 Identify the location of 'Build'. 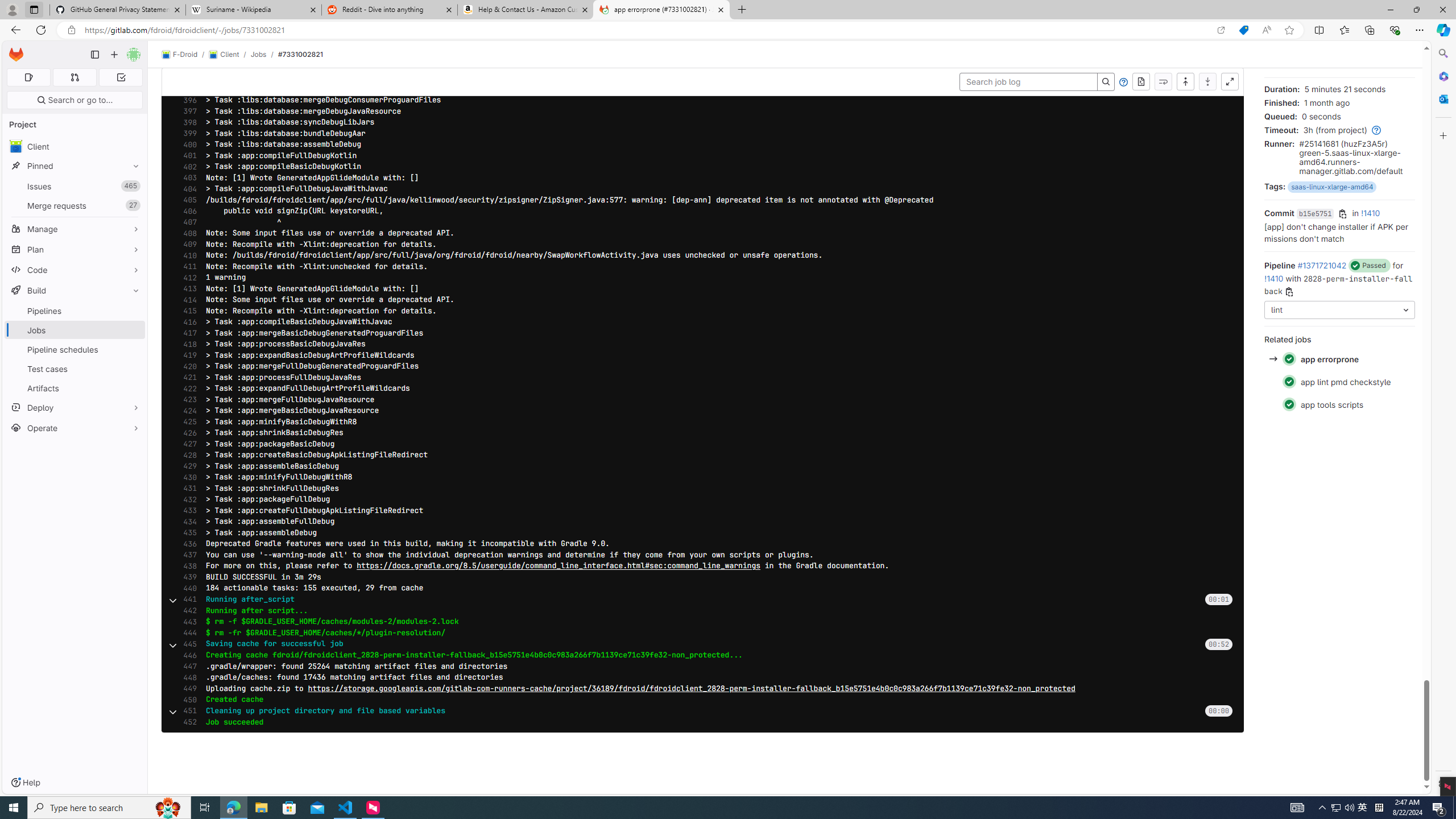
(74, 289).